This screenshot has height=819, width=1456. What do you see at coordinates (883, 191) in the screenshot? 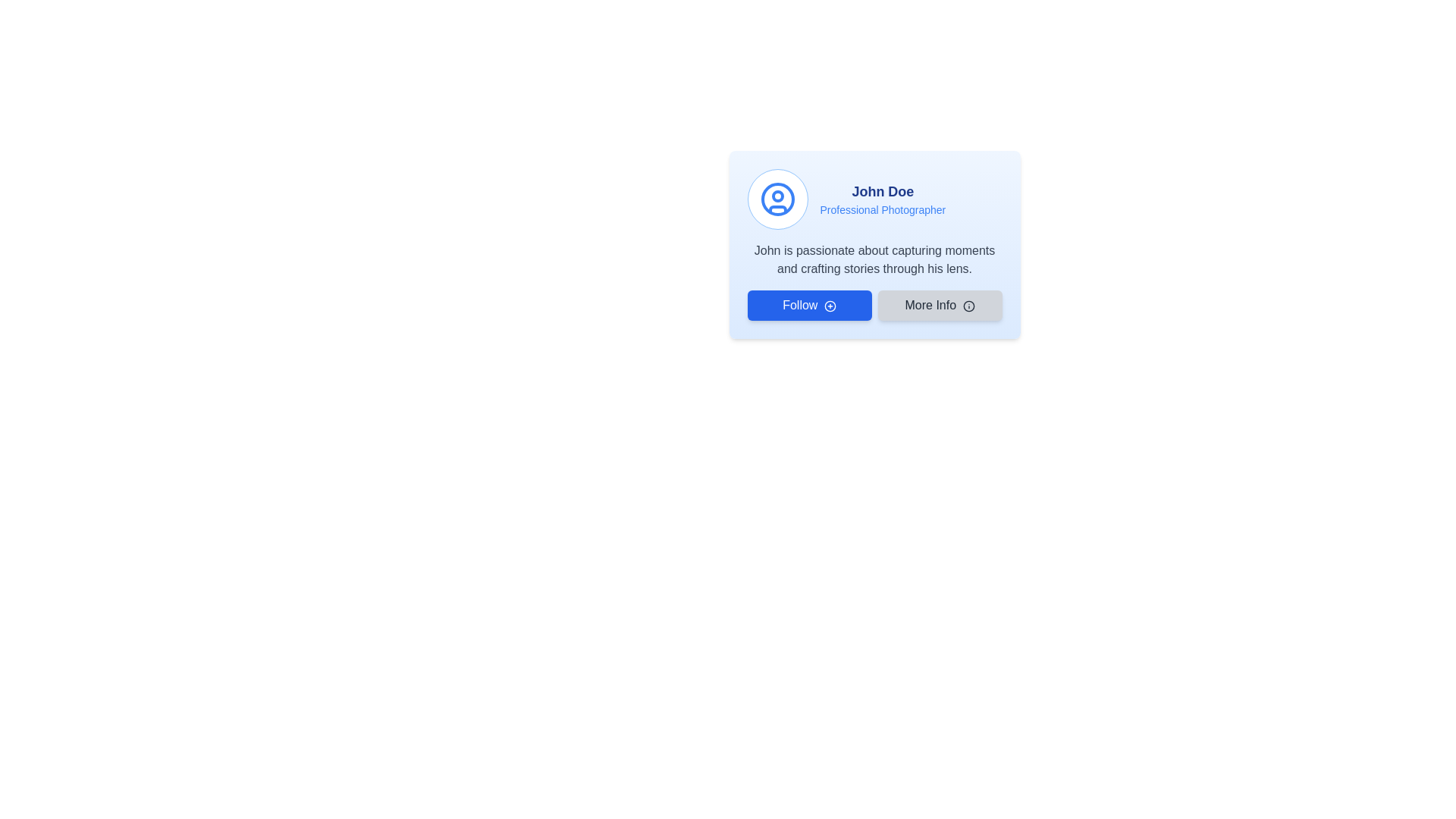
I see `text label that represents the name of the user associated with the profile information, positioned above the text 'Professional Photographer' and aligned with the left edge of the avatar icon` at bounding box center [883, 191].